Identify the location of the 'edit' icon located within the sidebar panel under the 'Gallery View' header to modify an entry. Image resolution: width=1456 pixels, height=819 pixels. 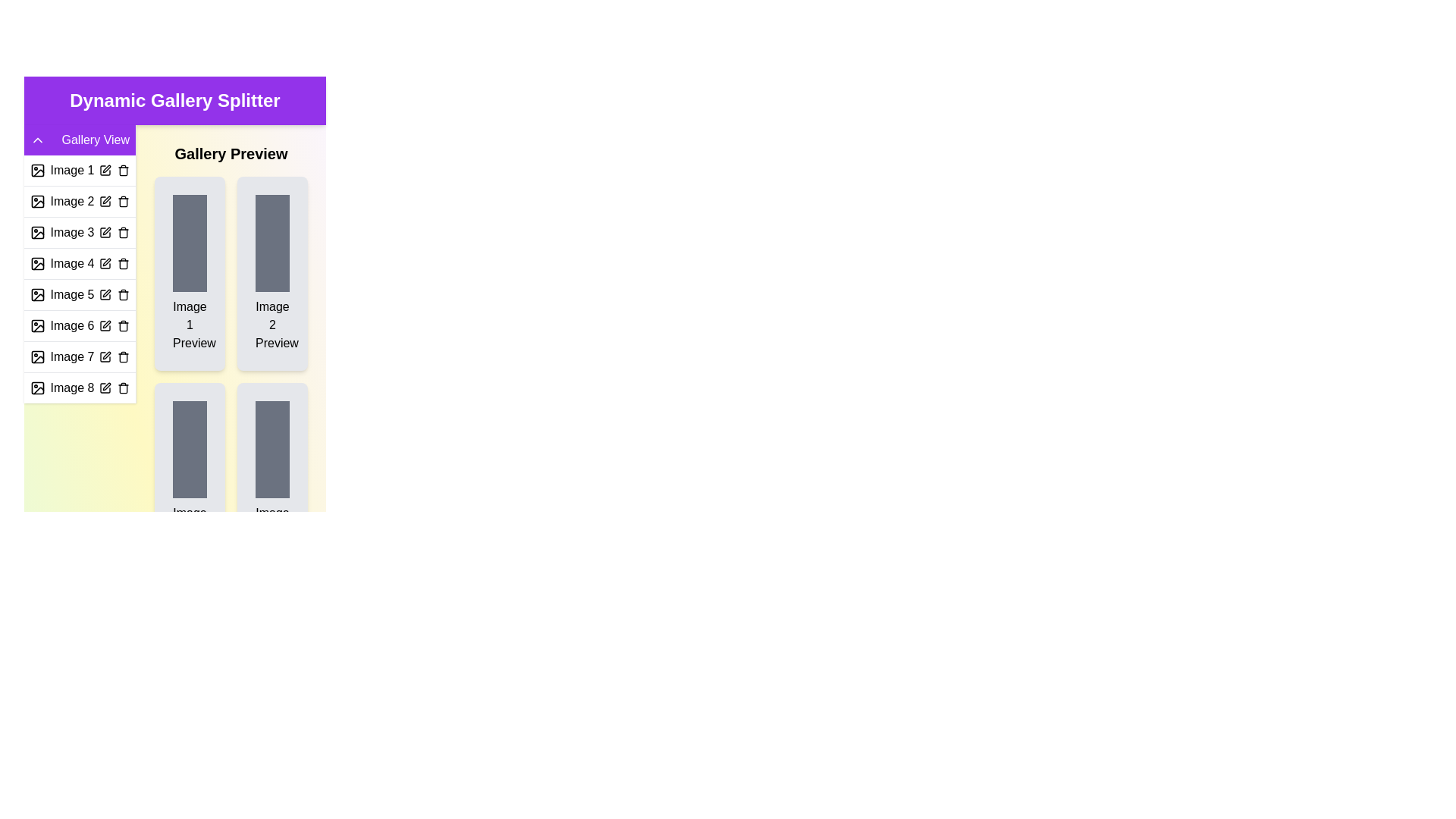
(79, 263).